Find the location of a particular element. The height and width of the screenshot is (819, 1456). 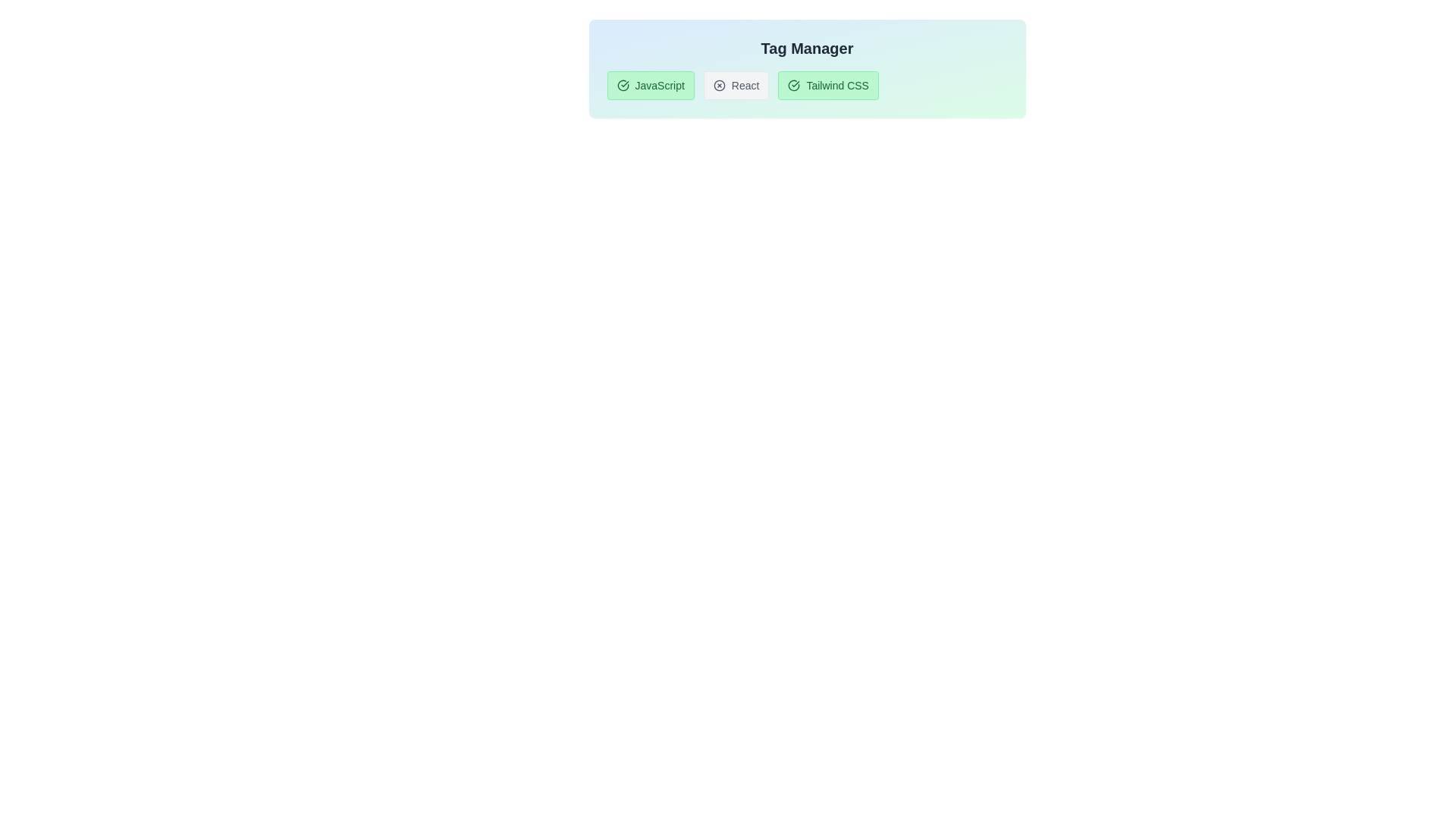

the tag Tailwind CSS to view its hover effect is located at coordinates (827, 85).